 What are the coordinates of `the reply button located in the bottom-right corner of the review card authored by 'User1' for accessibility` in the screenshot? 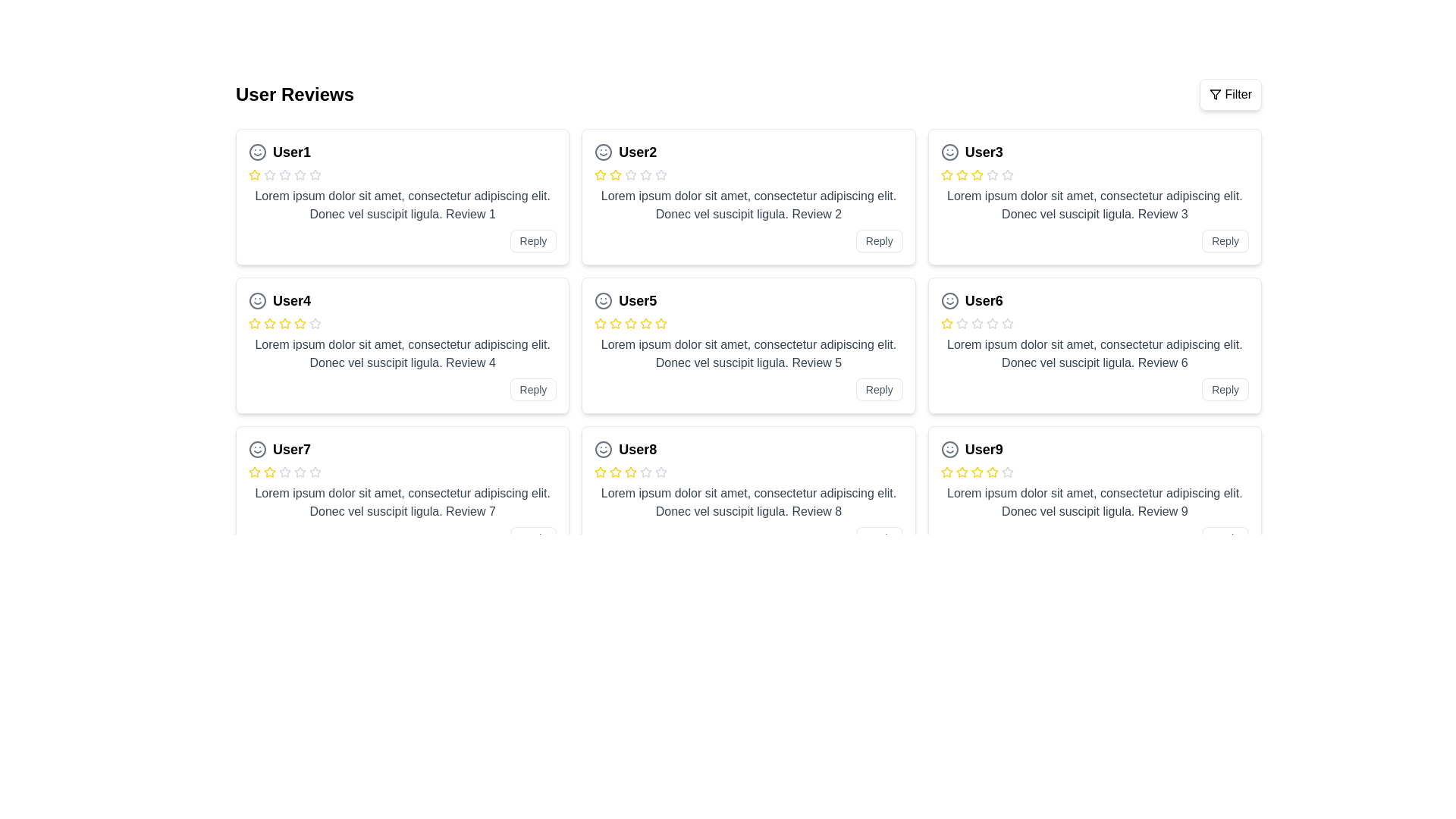 It's located at (533, 240).